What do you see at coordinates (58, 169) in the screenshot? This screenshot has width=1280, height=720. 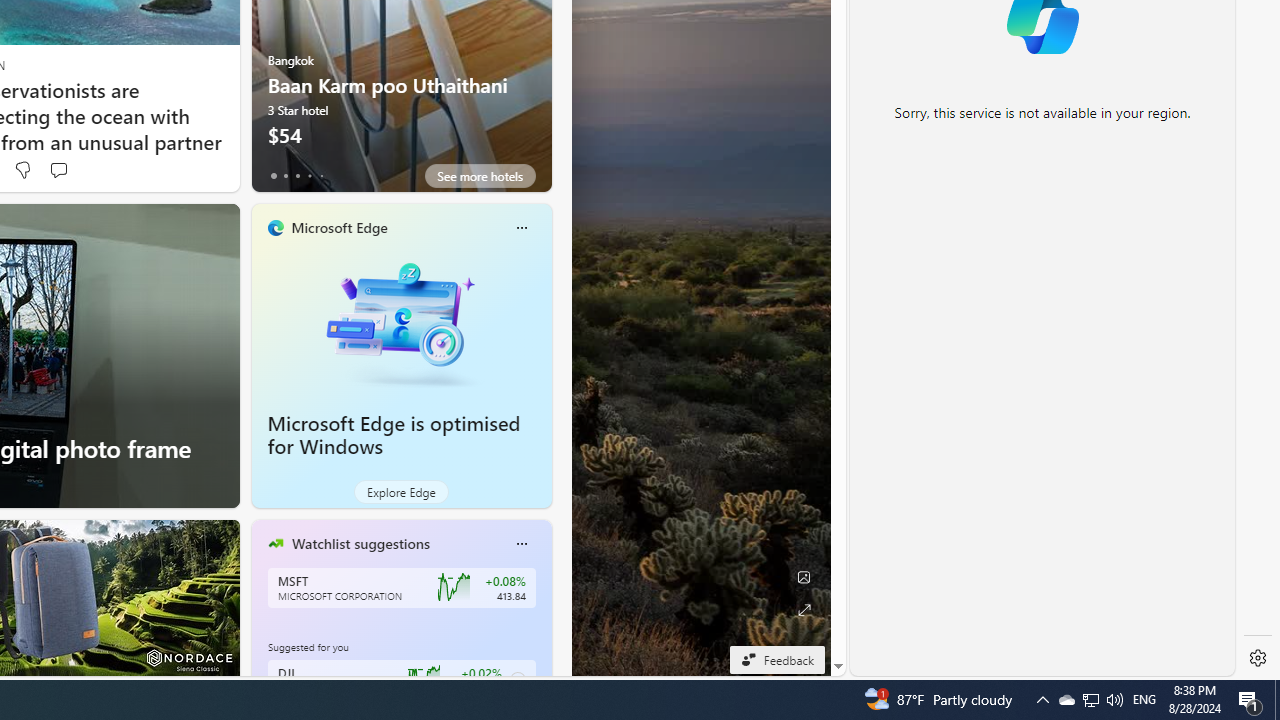 I see `'Start the conversation'` at bounding box center [58, 169].